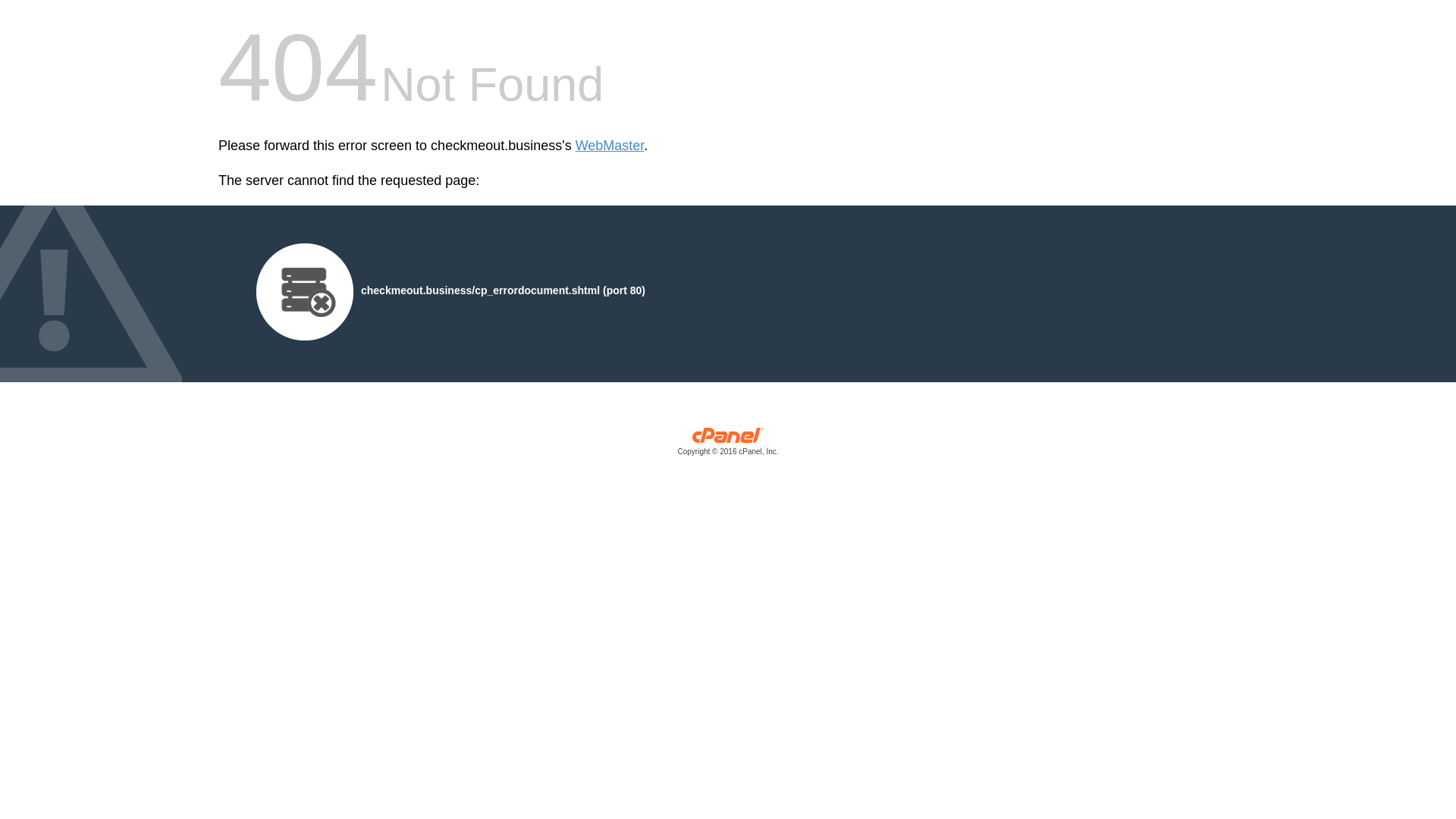 The width and height of the screenshot is (1456, 819). What do you see at coordinates (610, 146) in the screenshot?
I see `'WebMaster'` at bounding box center [610, 146].